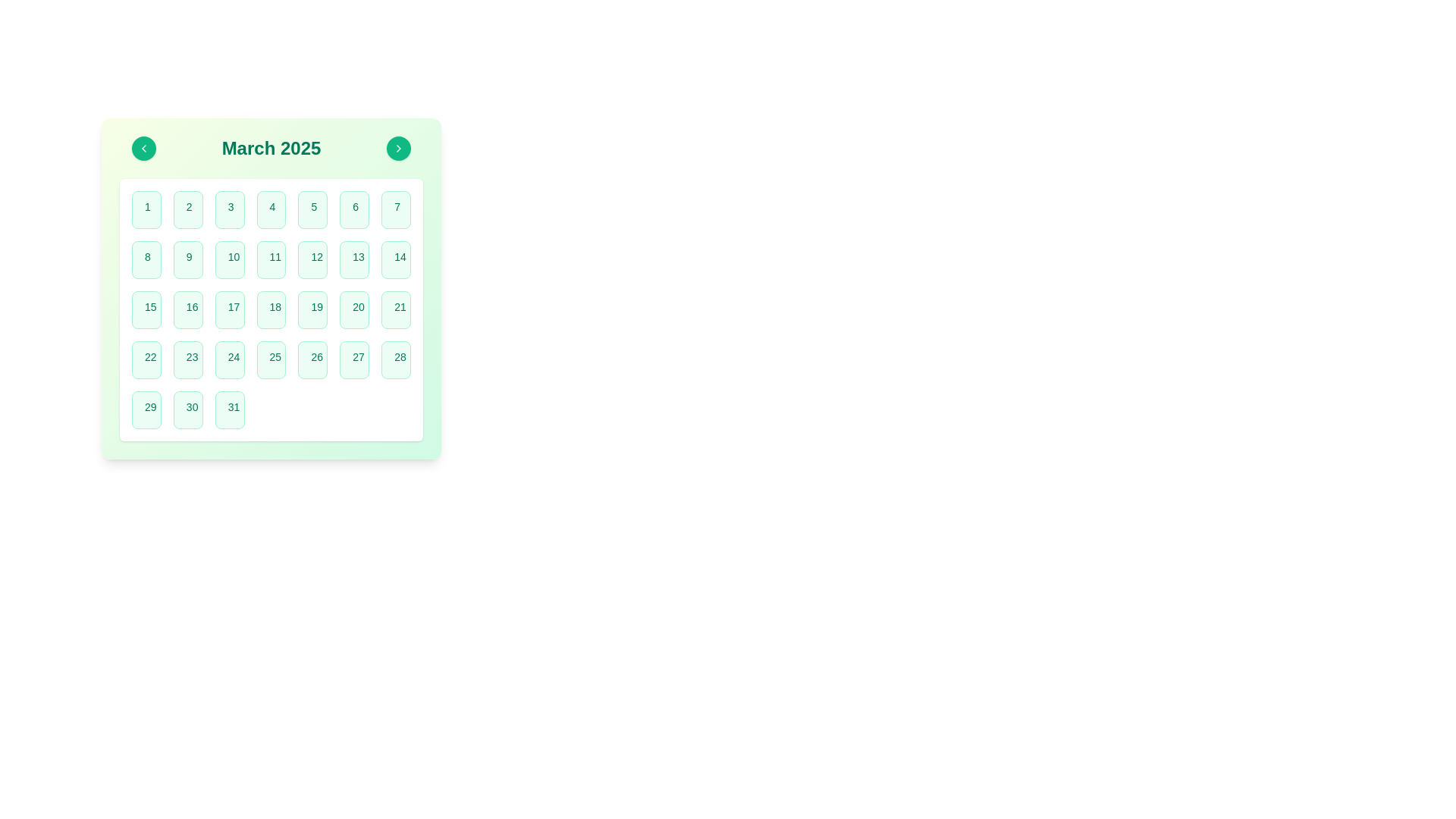  I want to click on the button-like calendar date cell displaying the number '11', so click(271, 259).